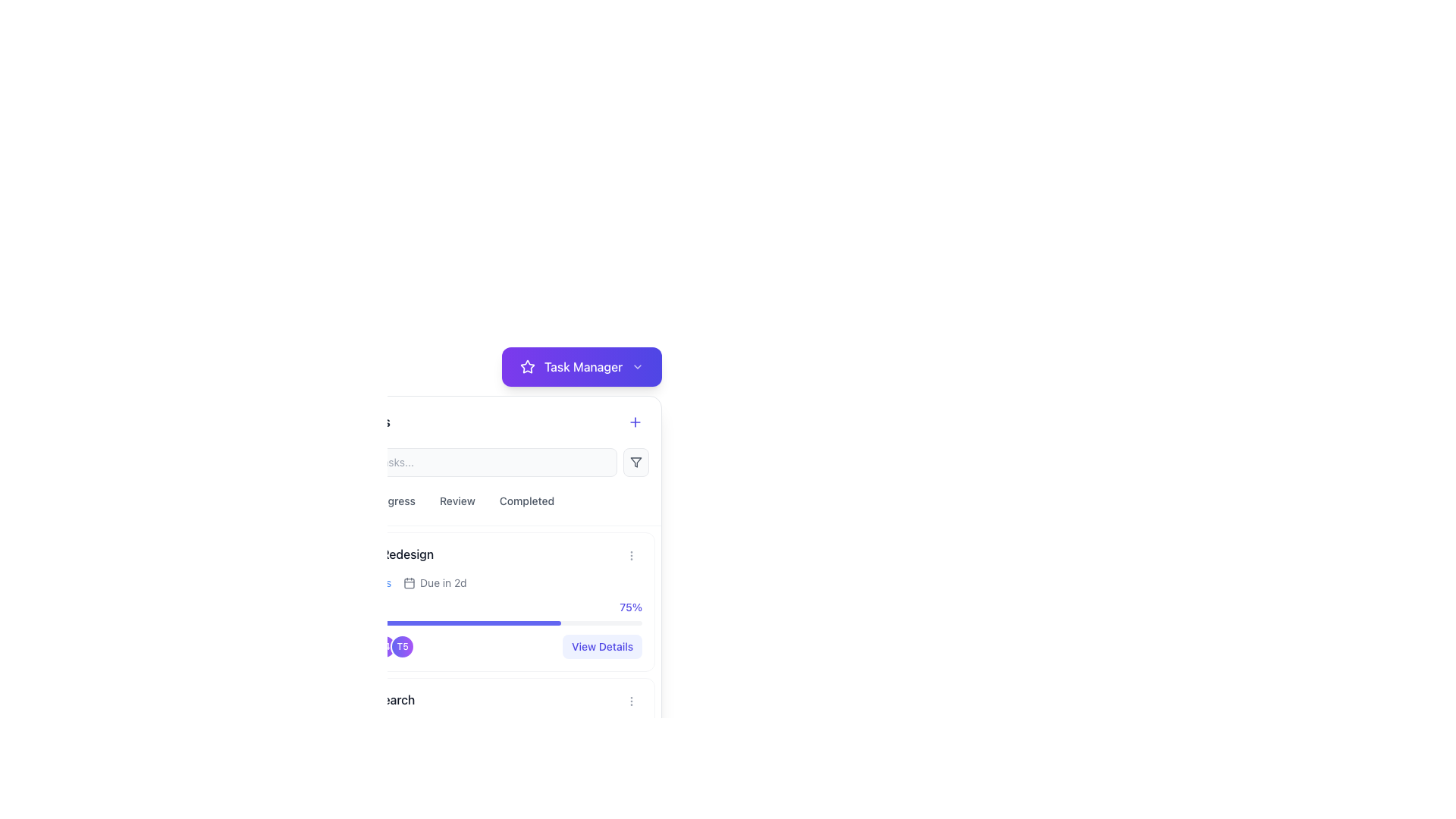 The height and width of the screenshot is (819, 1456). Describe the element at coordinates (631, 607) in the screenshot. I see `the text label displaying '75%' in bold indigo-blue font` at that location.